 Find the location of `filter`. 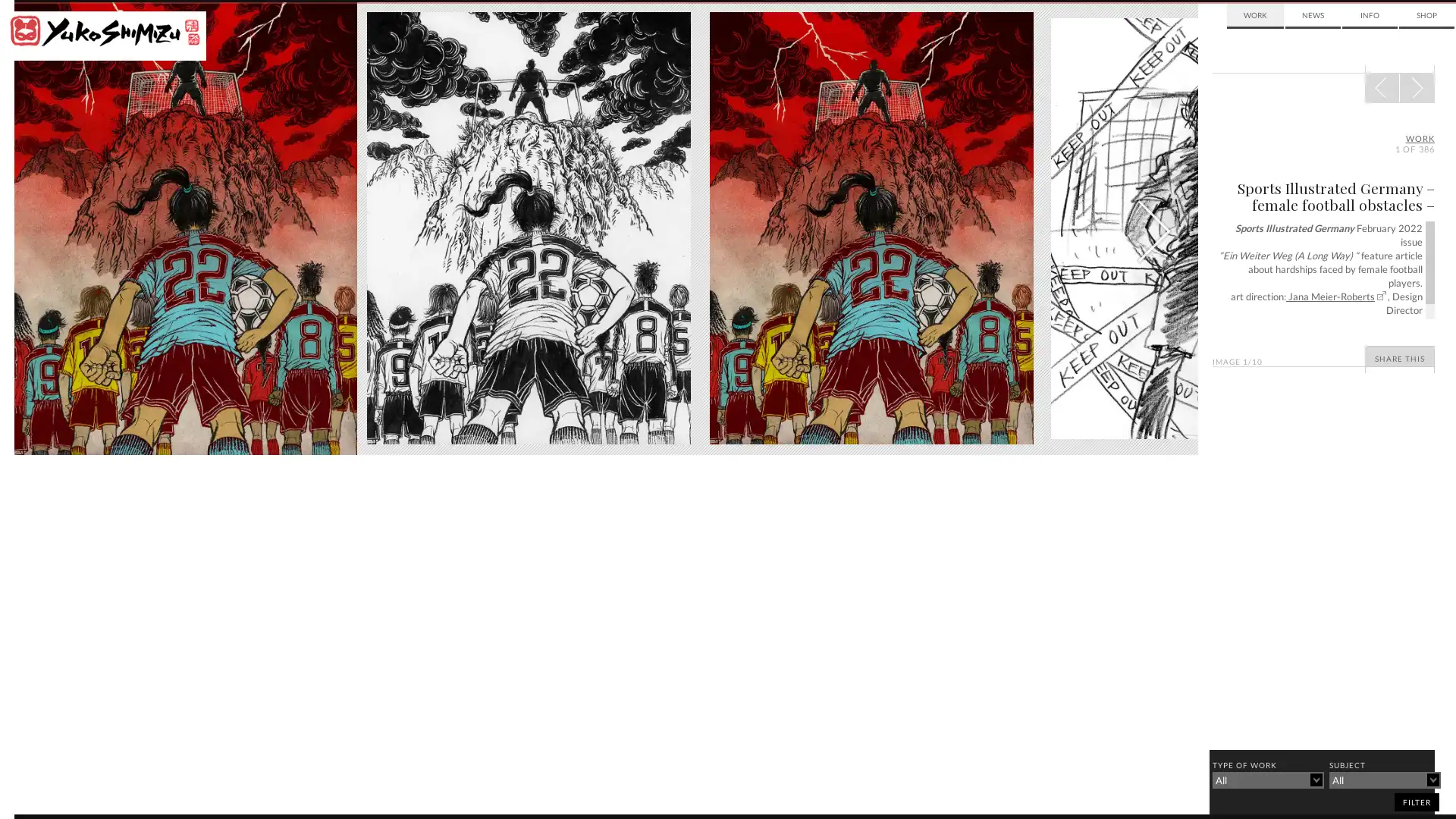

filter is located at coordinates (1416, 800).